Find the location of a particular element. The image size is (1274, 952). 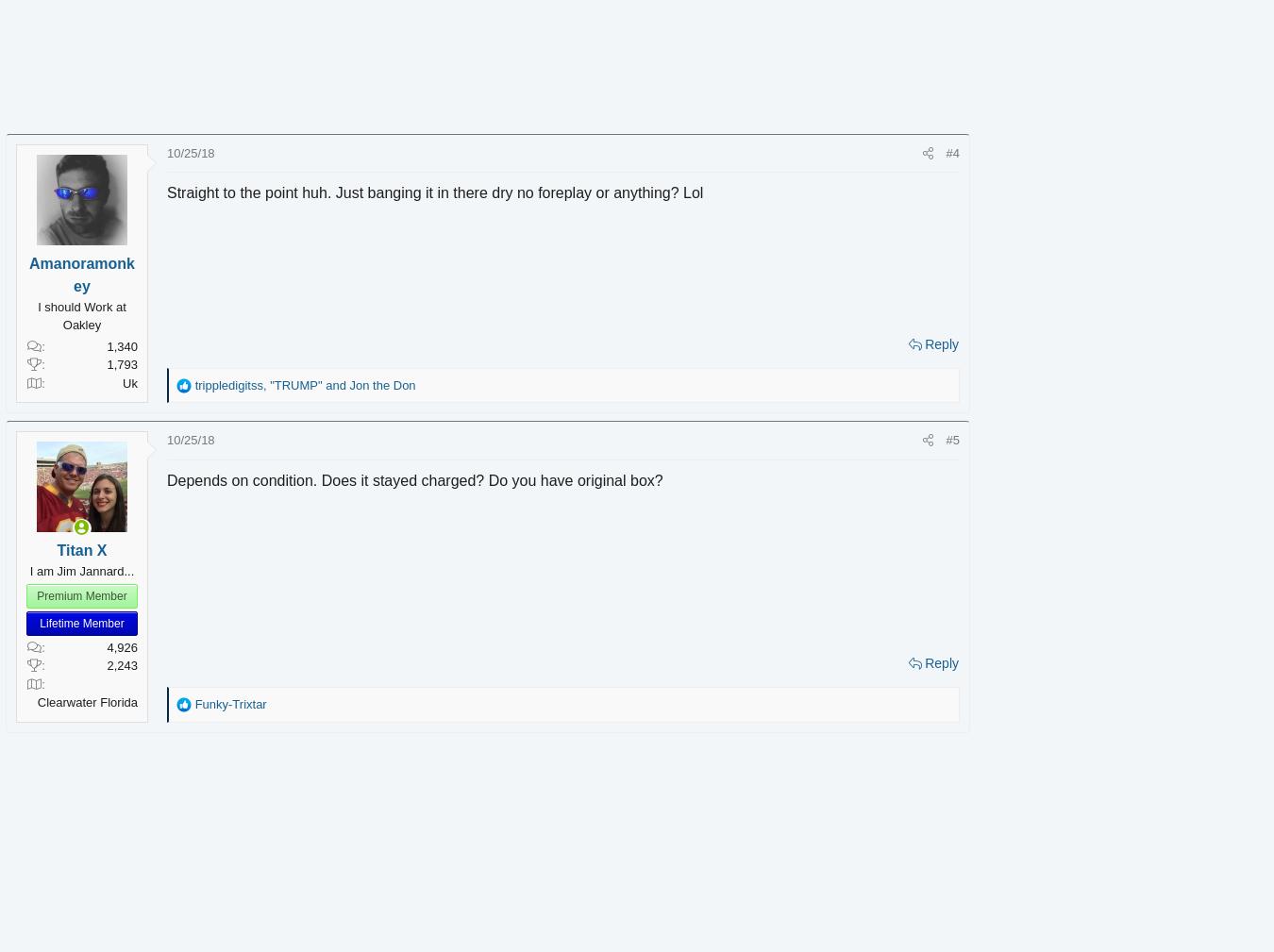

',' is located at coordinates (293, 383).